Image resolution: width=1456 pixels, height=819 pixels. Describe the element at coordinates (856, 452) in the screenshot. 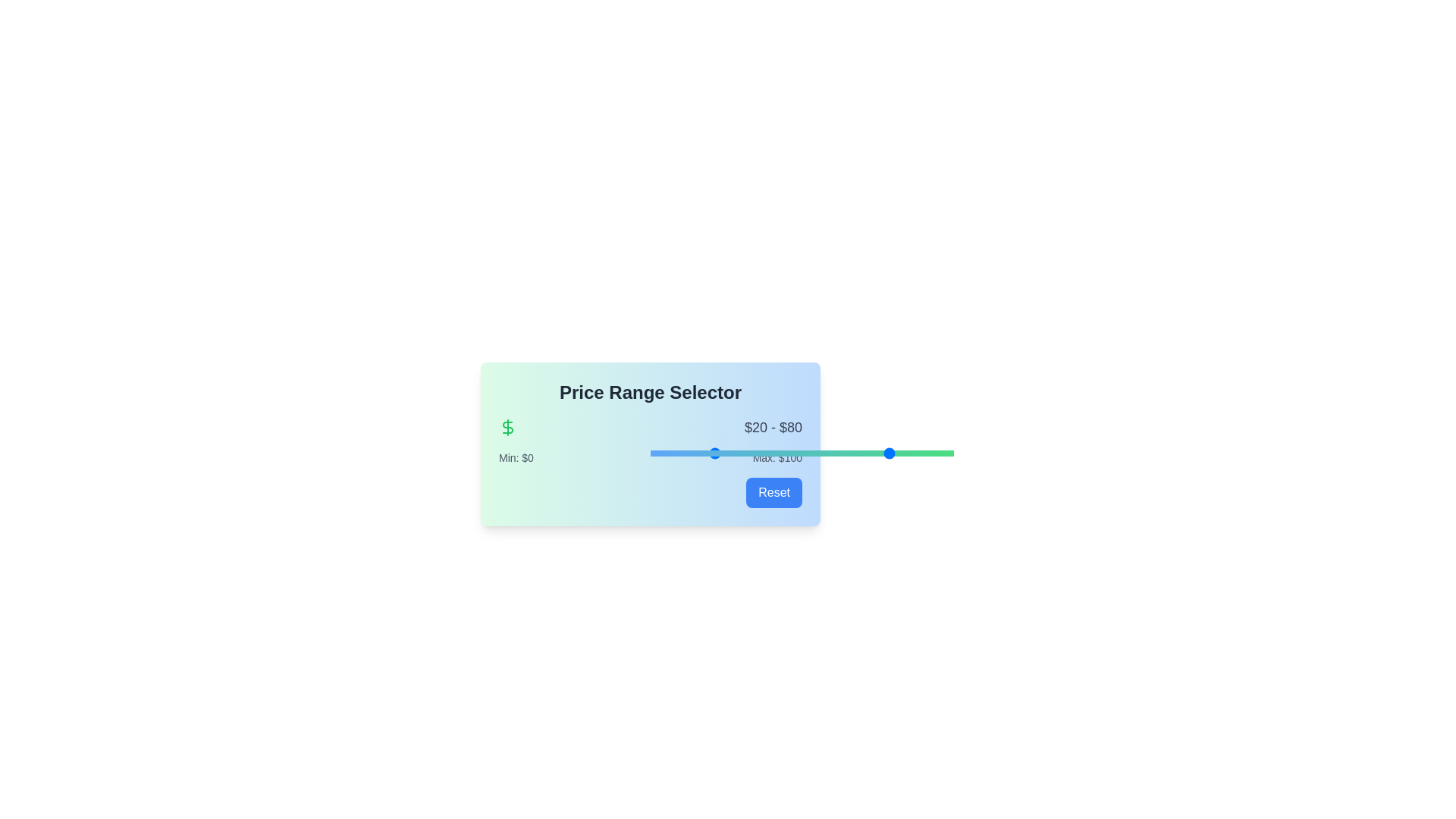

I see `the slider` at that location.